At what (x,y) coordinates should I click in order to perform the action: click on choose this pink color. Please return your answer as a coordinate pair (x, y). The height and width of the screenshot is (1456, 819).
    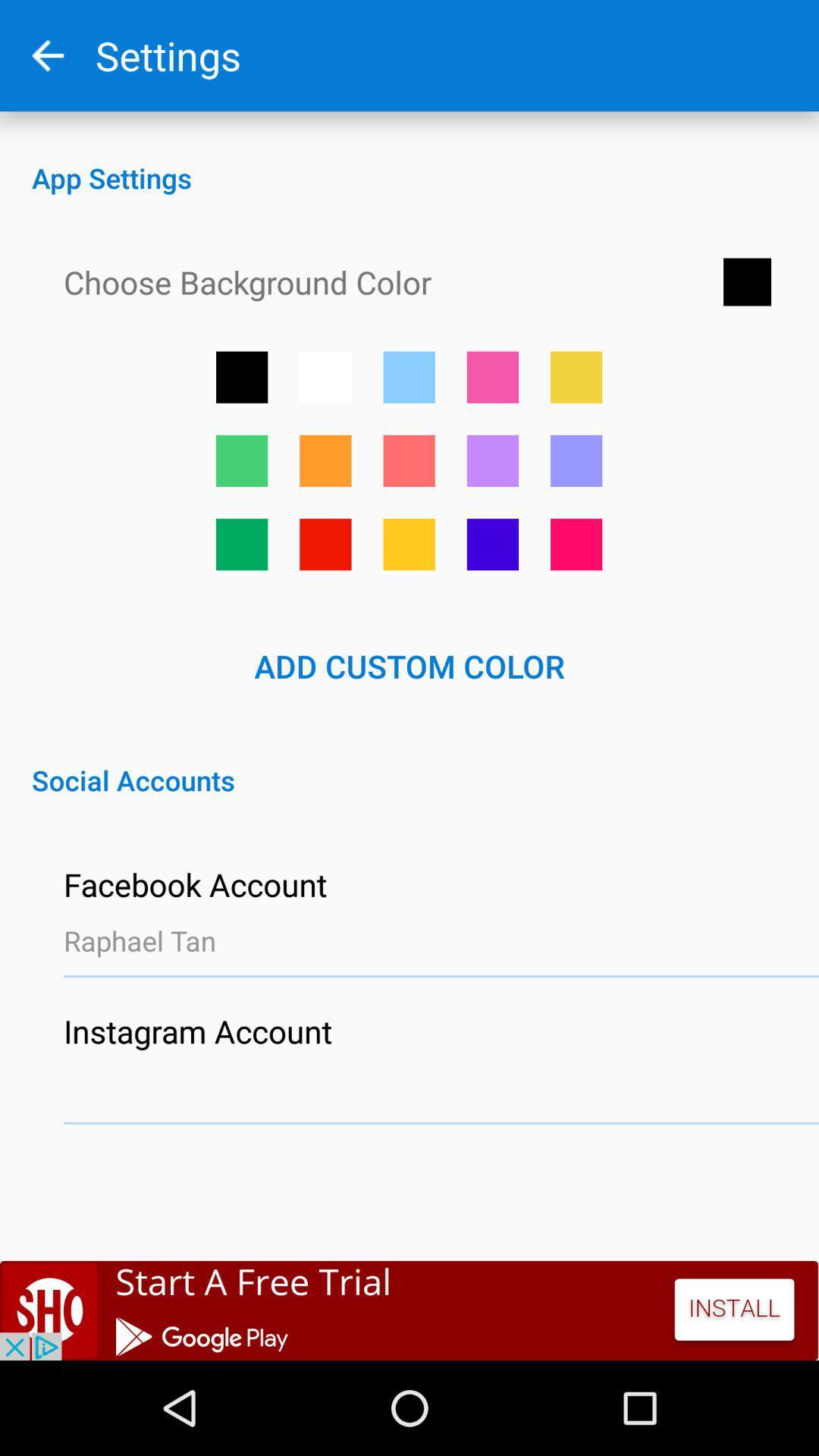
    Looking at the image, I should click on (408, 460).